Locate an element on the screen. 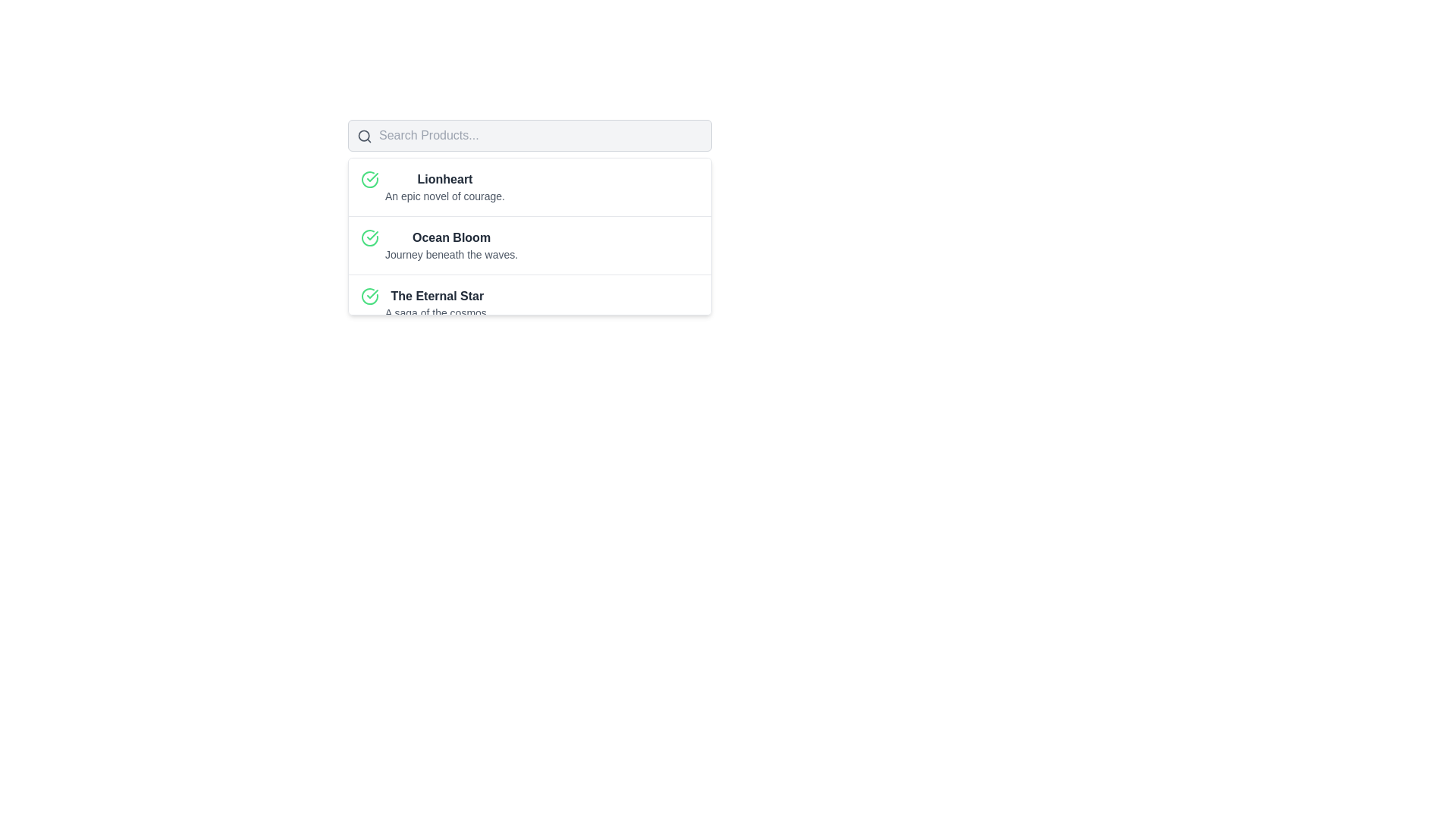 This screenshot has width=1456, height=819. the Text Label that serves as the title of the first item in a vertical list, indicating the name of the novel is located at coordinates (444, 178).